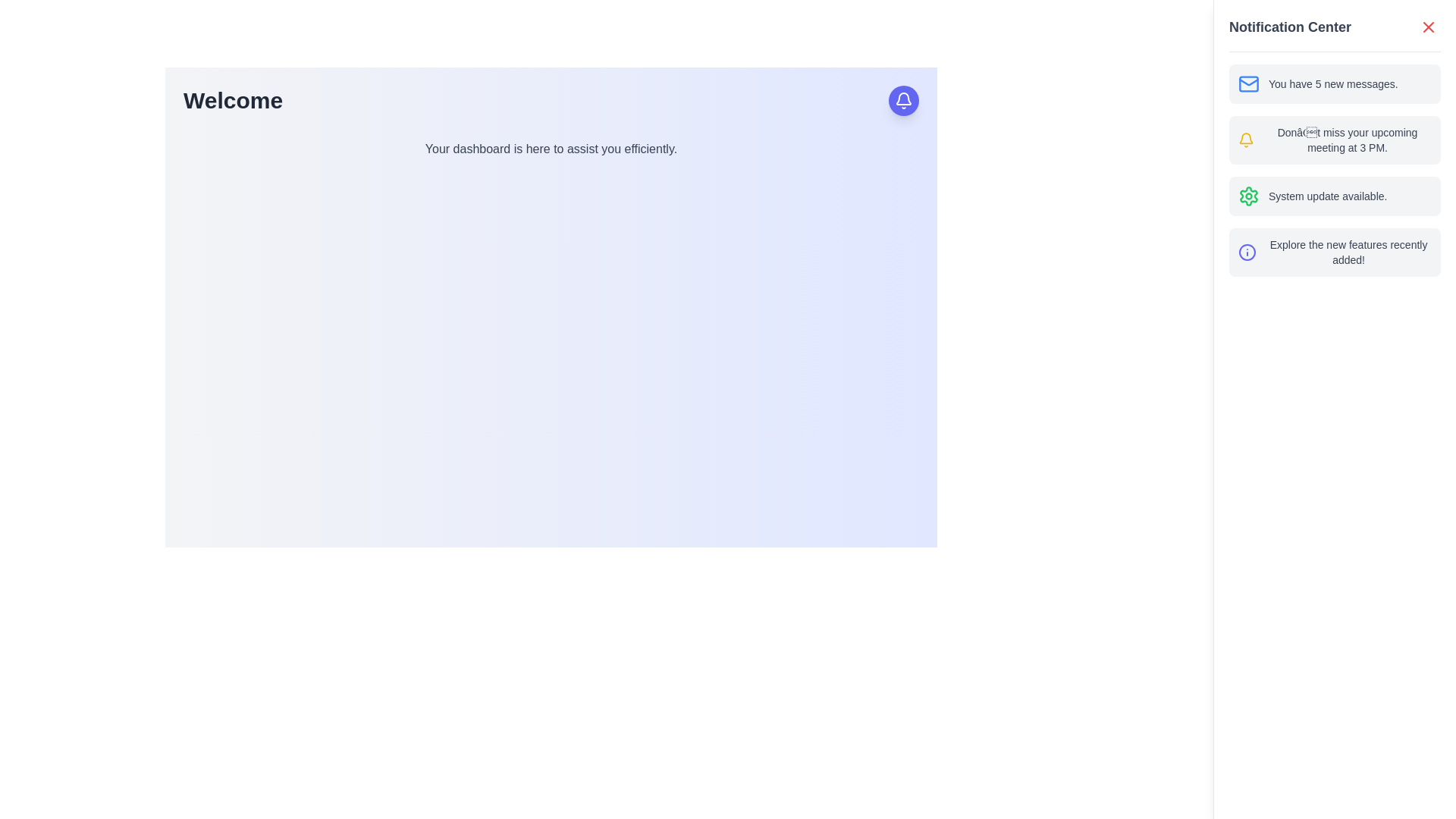  I want to click on the text label that displays 'Your dashboard is here to assist you efficiently.' which is styled in gray and positioned below the bold text 'Welcome', so click(550, 149).